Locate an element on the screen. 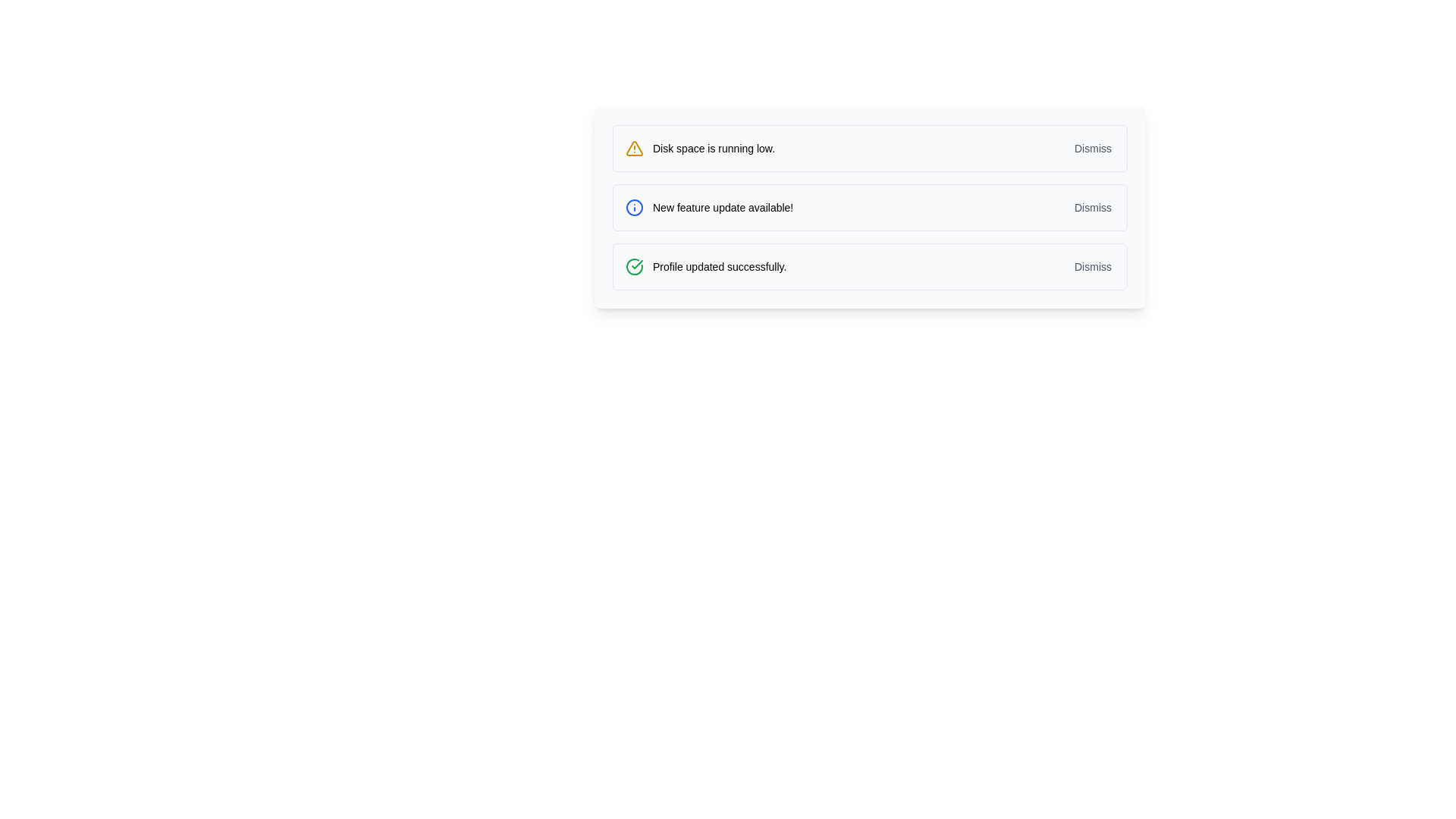  the 'Dismiss' button, which is the rightmost element in the notification area is located at coordinates (1093, 207).